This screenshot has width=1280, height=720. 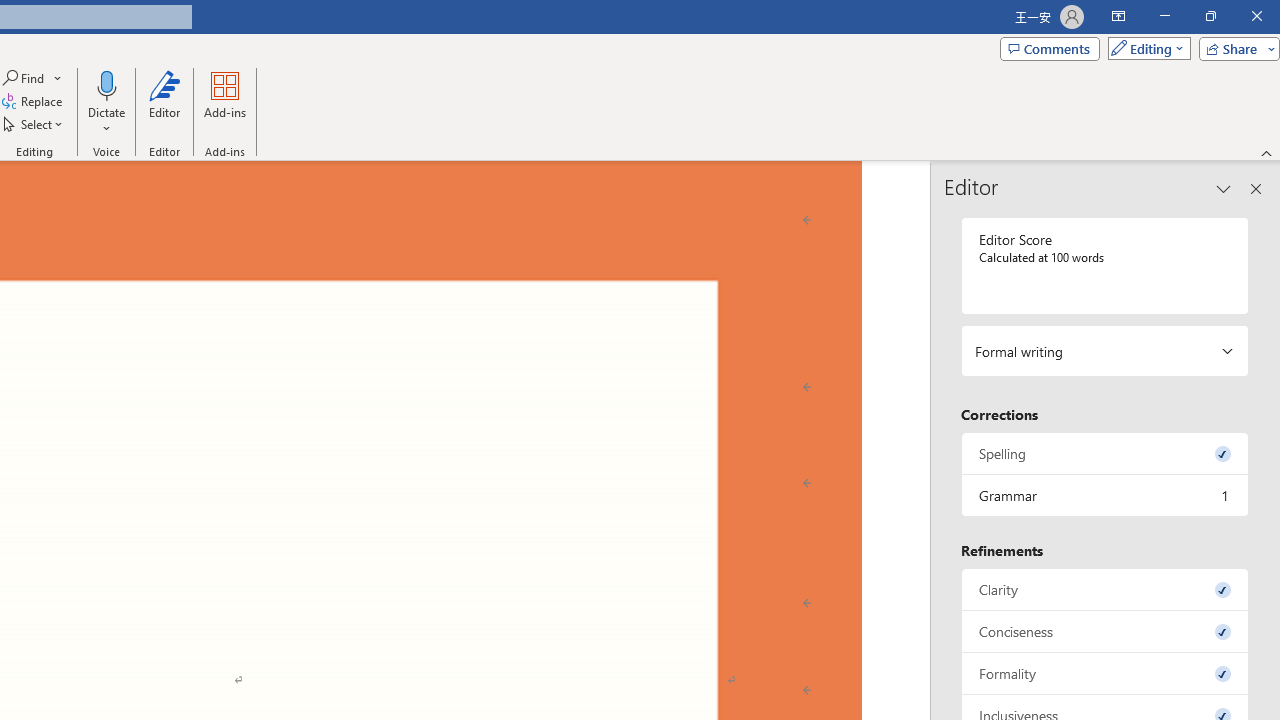 What do you see at coordinates (1144, 47) in the screenshot?
I see `'Editing'` at bounding box center [1144, 47].